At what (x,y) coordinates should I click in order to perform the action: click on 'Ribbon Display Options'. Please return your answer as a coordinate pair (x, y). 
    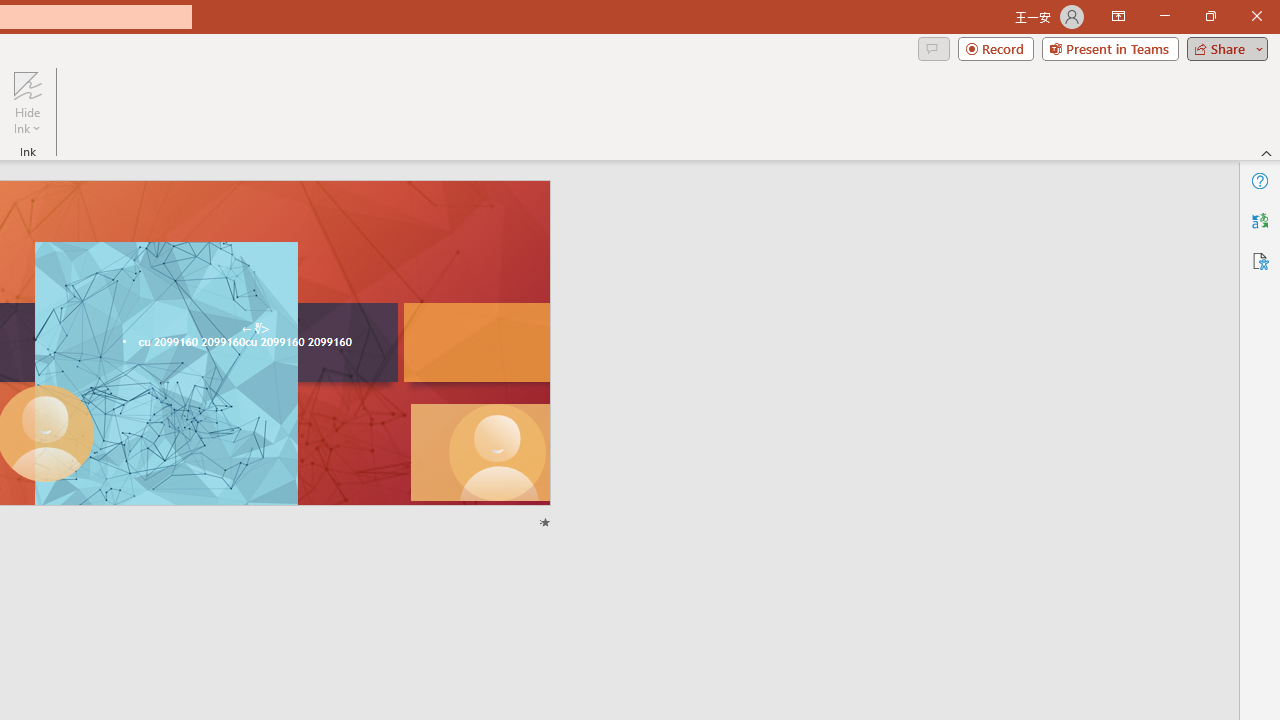
    Looking at the image, I should click on (1117, 16).